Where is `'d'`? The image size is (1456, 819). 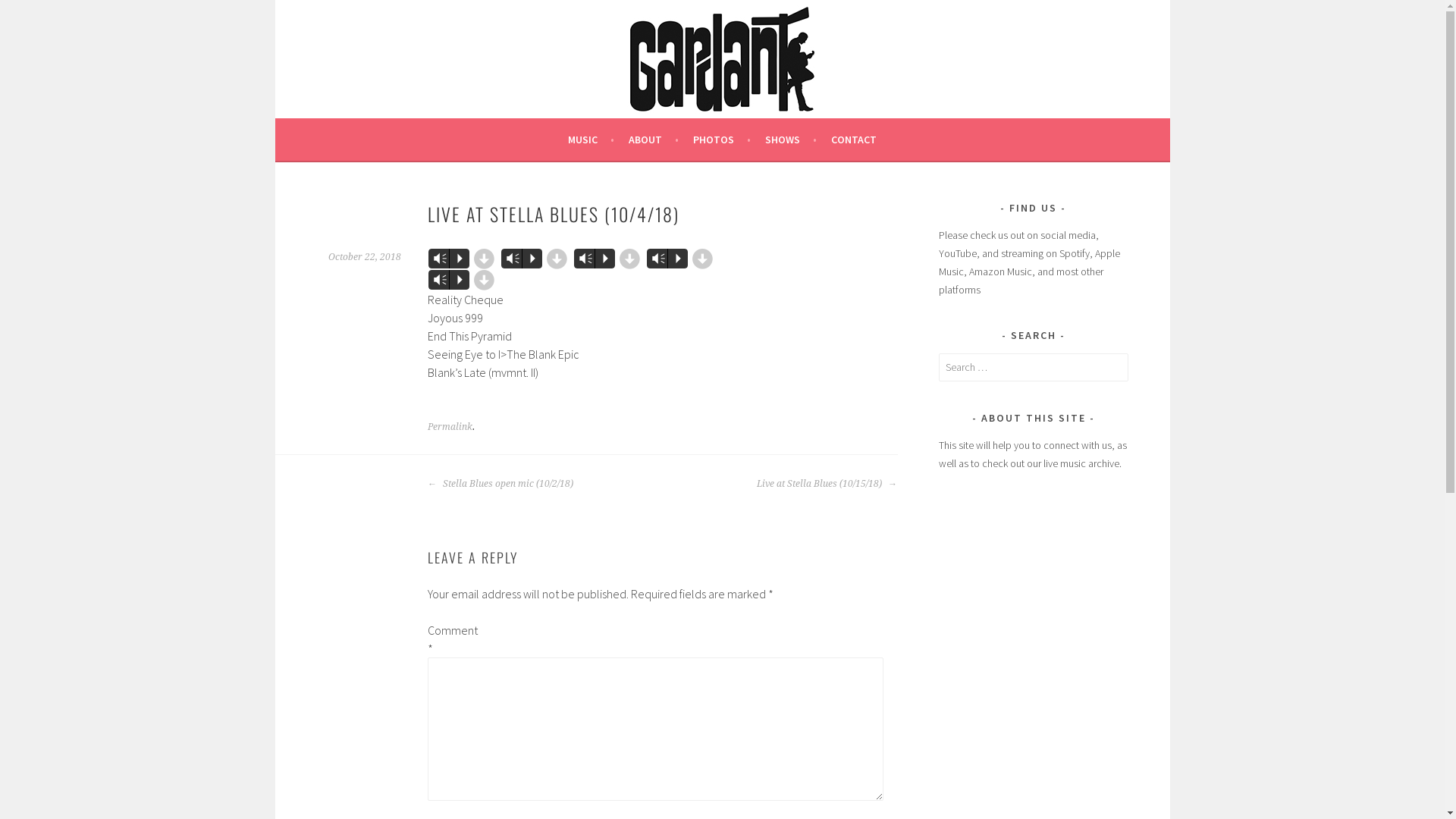
'd' is located at coordinates (483, 257).